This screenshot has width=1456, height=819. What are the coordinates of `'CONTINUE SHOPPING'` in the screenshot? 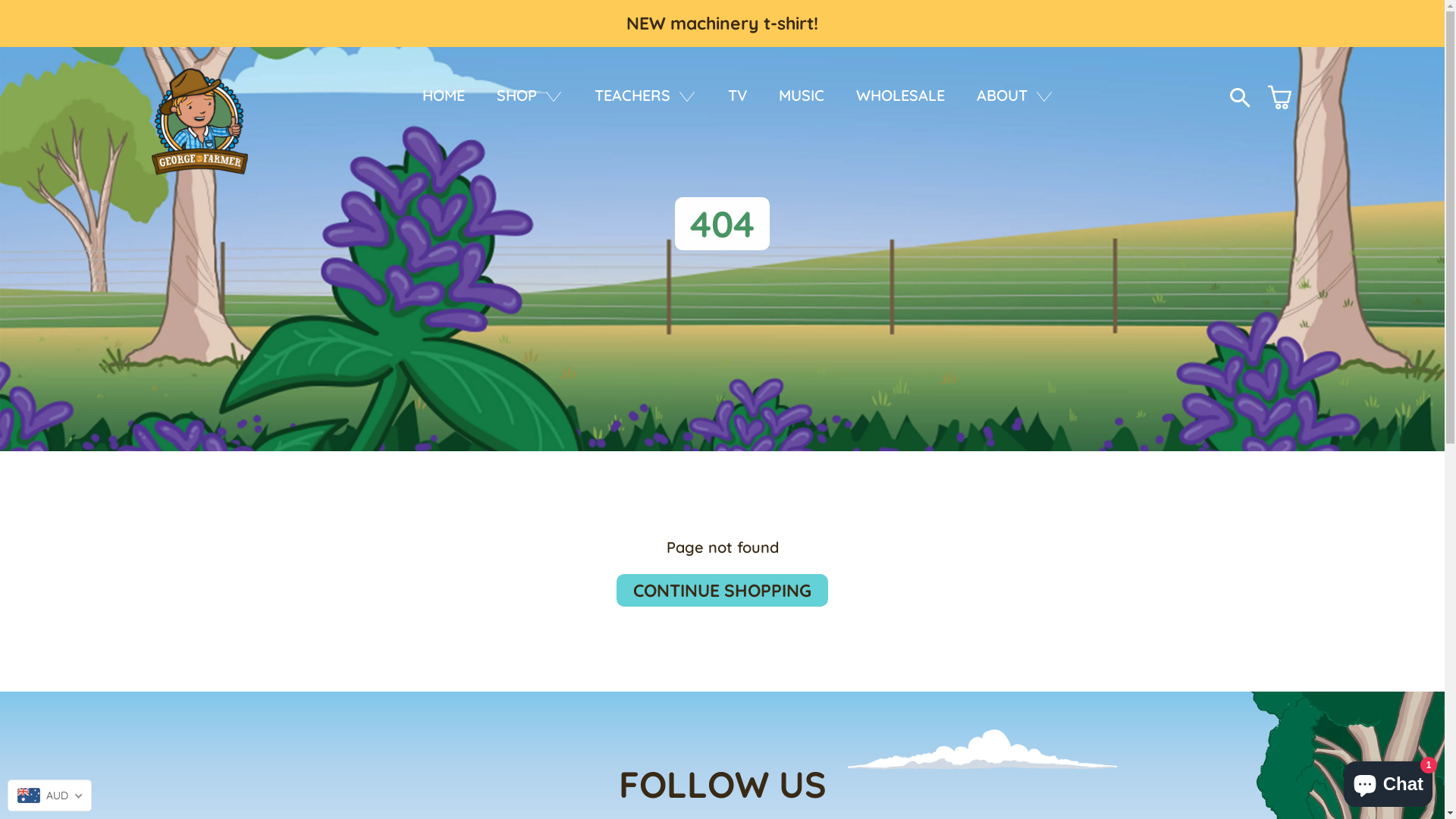 It's located at (721, 589).